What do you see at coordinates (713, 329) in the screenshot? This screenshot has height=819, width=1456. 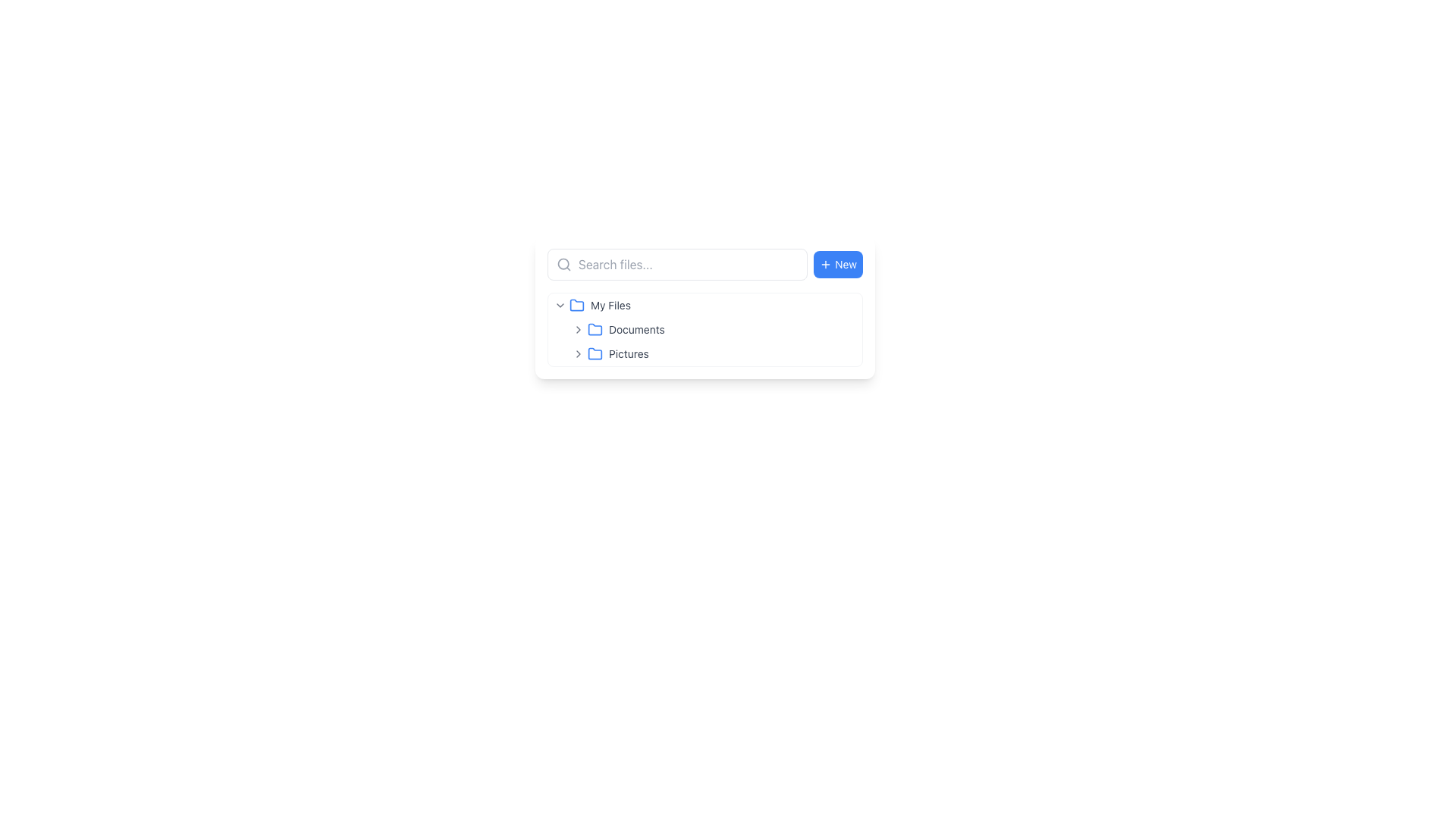 I see `the 'Documents' menu item located in the second row under the 'My Files' section` at bounding box center [713, 329].